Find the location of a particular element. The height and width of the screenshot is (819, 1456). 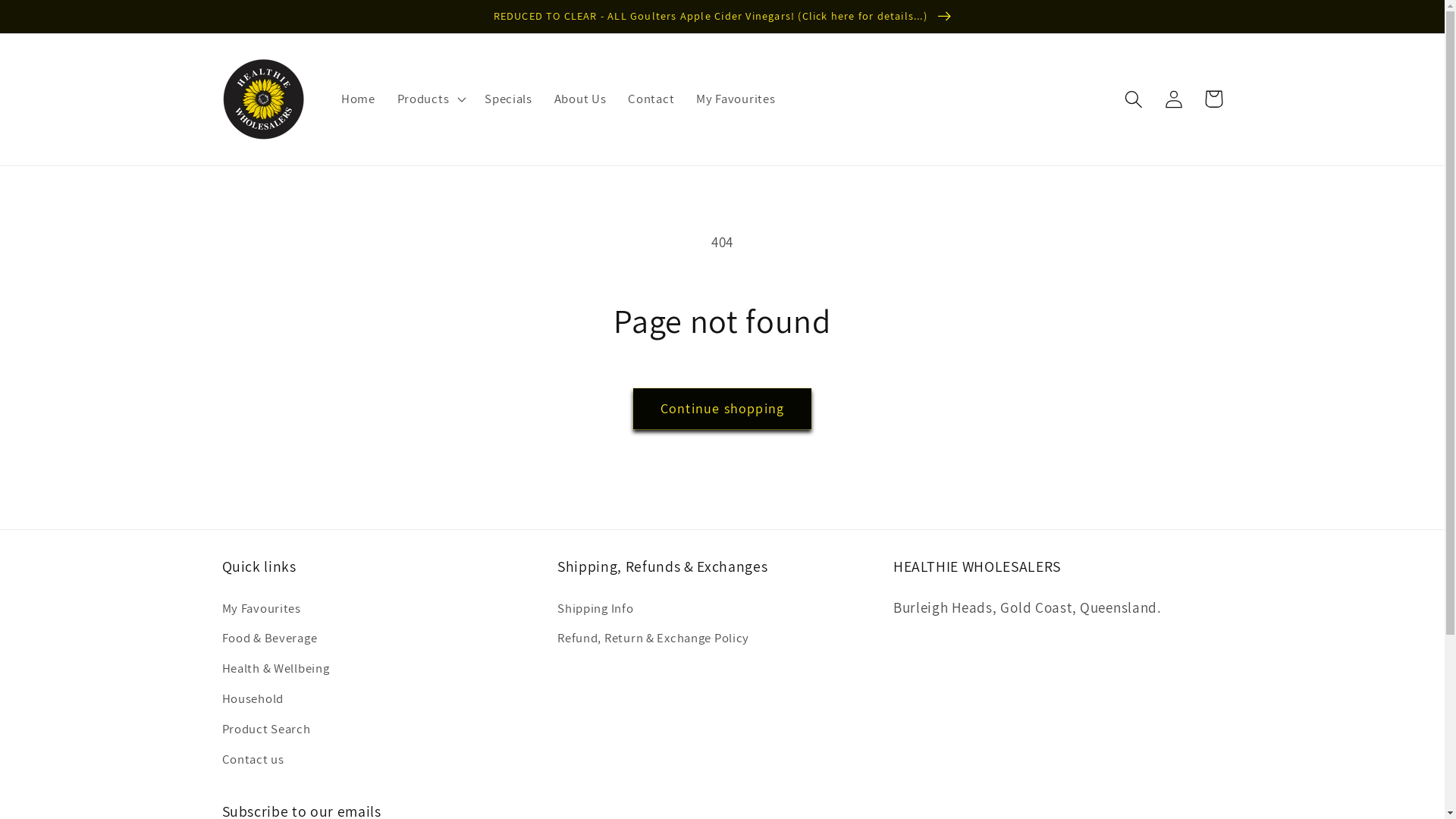

'Product Search' is located at coordinates (265, 728).